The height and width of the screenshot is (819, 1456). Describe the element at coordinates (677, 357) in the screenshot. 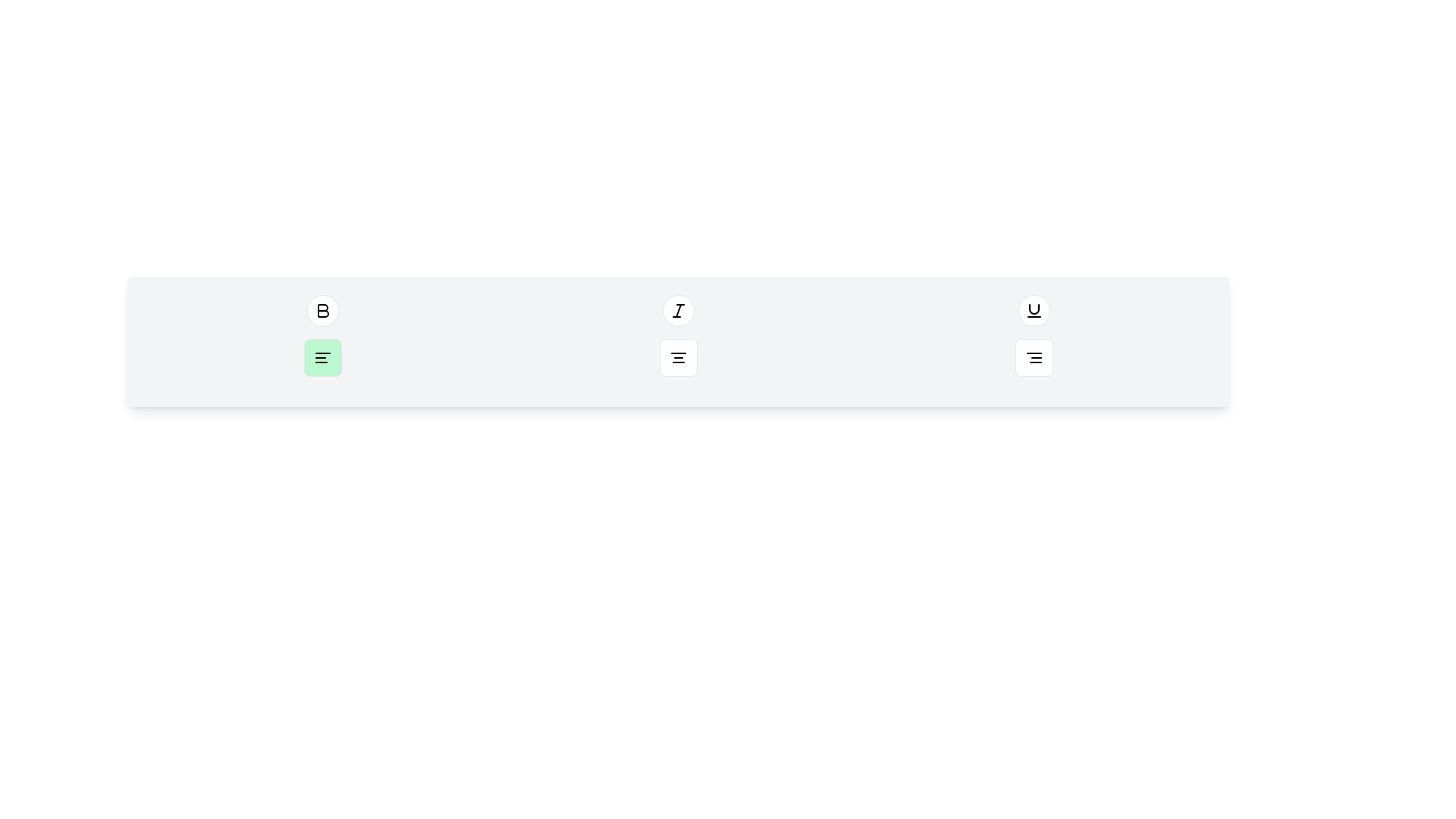

I see `the centered alignment icon button, which features three horizontal black lines and is the second button in the horizontal group beneath the italicized 'I' symbol` at that location.